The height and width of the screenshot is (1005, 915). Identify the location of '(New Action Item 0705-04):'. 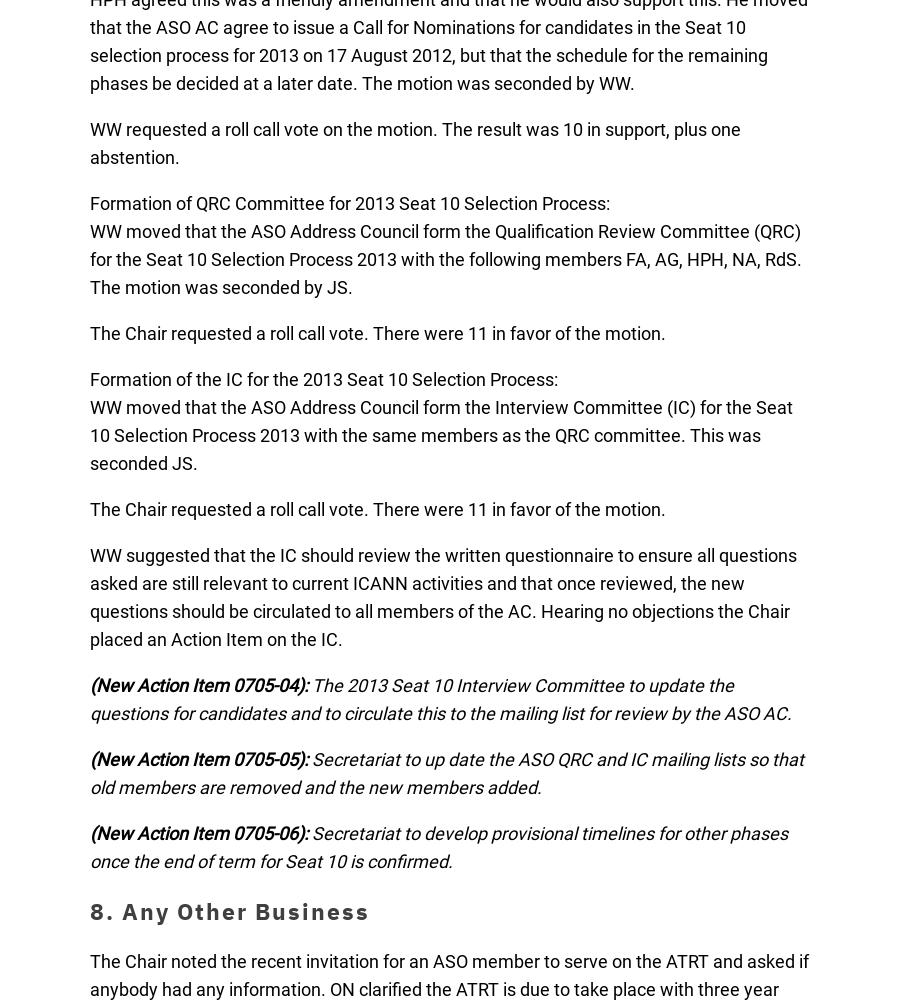
(89, 685).